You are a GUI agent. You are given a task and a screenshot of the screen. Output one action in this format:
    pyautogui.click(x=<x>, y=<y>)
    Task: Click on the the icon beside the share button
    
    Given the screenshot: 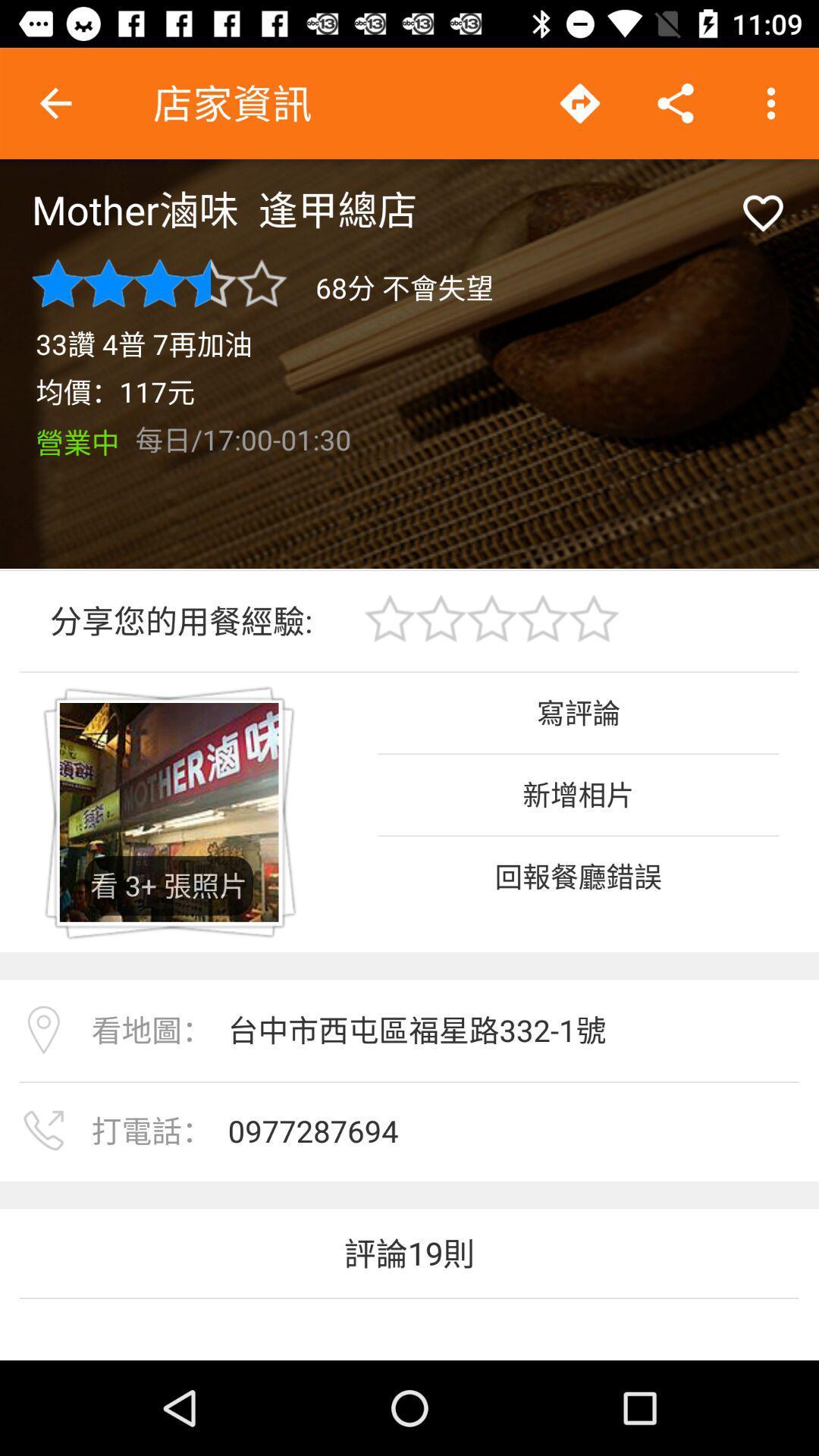 What is the action you would take?
    pyautogui.click(x=579, y=103)
    